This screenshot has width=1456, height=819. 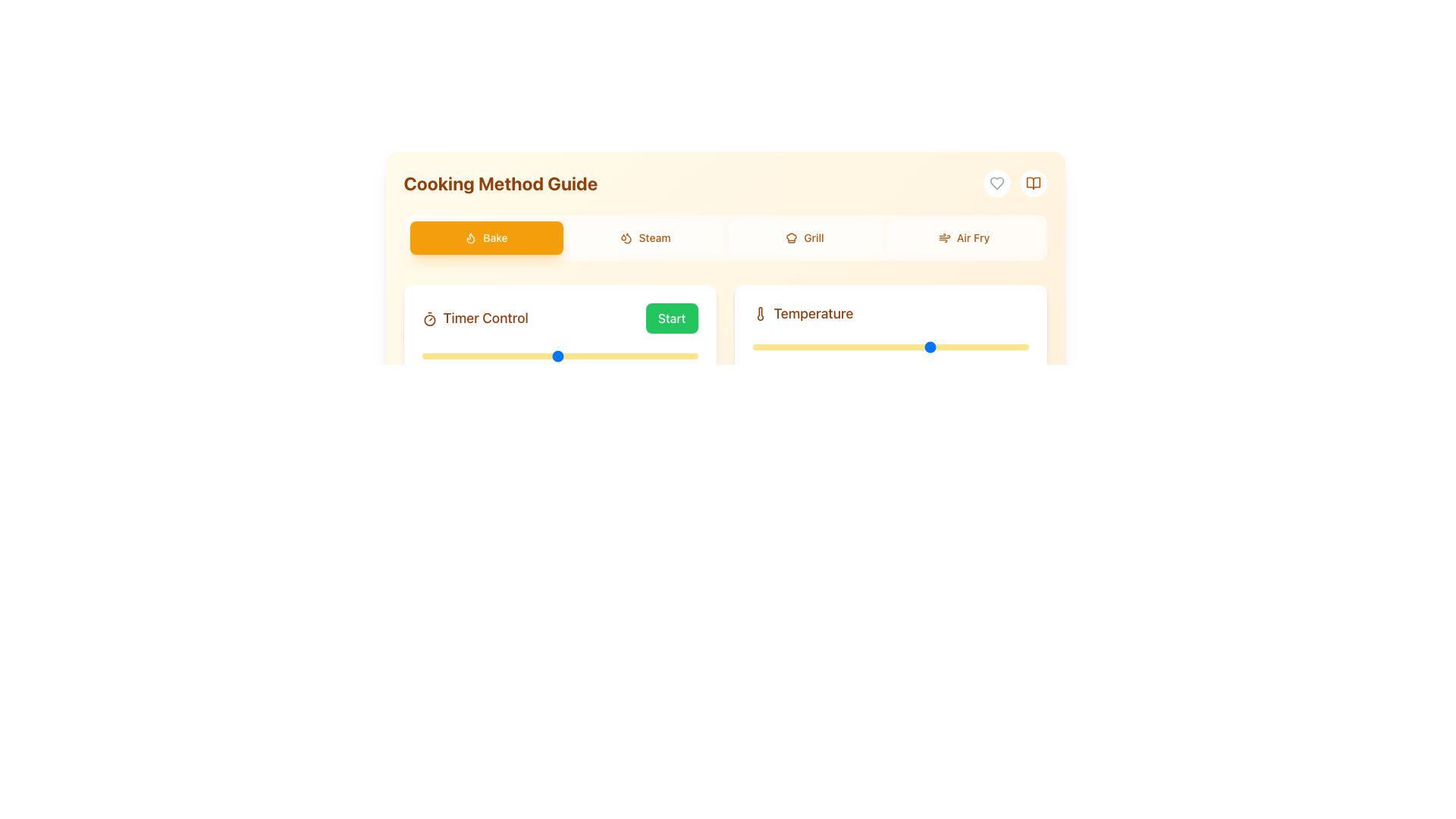 I want to click on the slider, so click(x=850, y=347).